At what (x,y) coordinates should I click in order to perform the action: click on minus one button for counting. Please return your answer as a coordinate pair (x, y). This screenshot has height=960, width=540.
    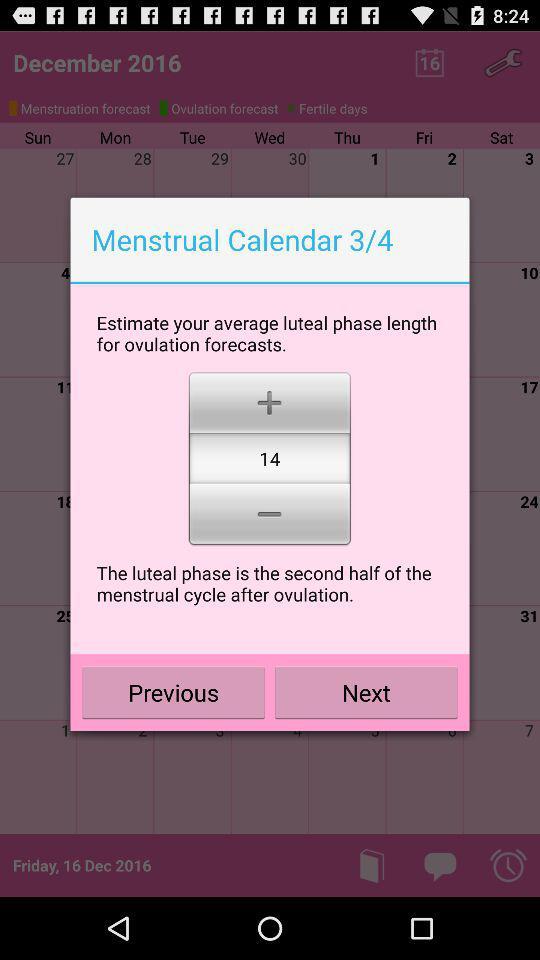
    Looking at the image, I should click on (269, 515).